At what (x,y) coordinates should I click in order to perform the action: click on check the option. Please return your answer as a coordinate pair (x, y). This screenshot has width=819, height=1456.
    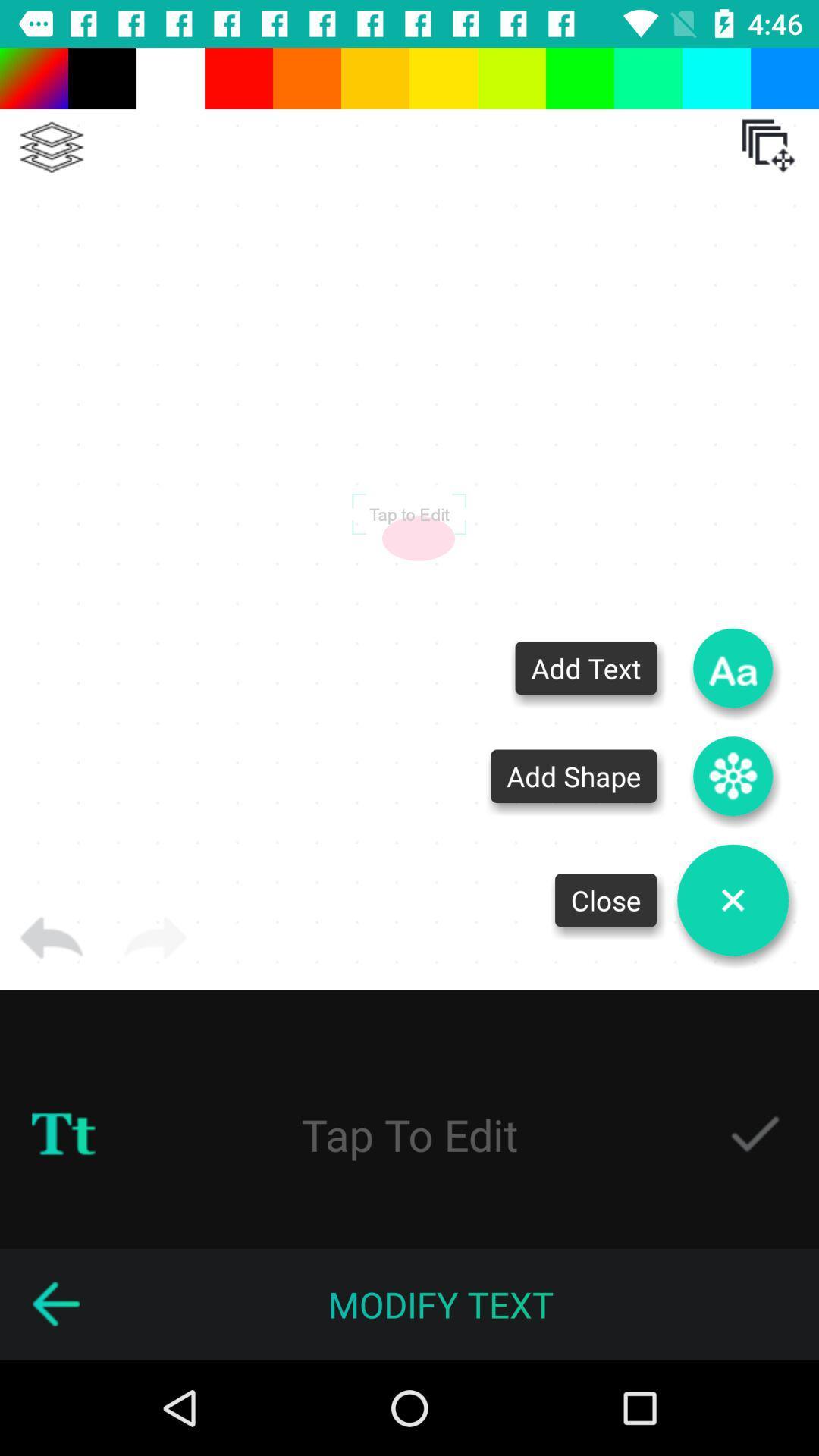
    Looking at the image, I should click on (755, 1134).